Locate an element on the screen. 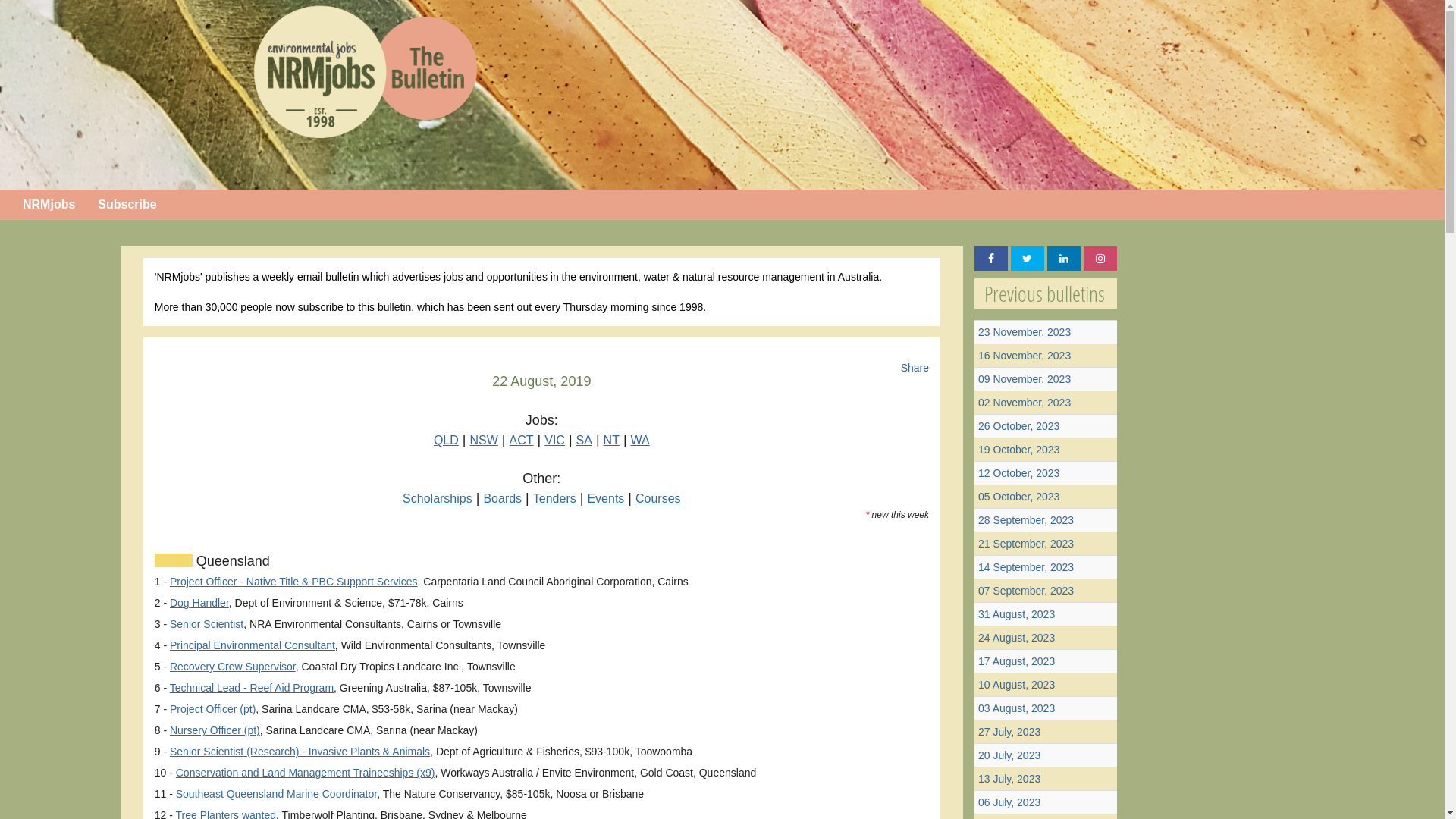 The width and height of the screenshot is (1456, 819). '26 October, 2023' is located at coordinates (1018, 426).